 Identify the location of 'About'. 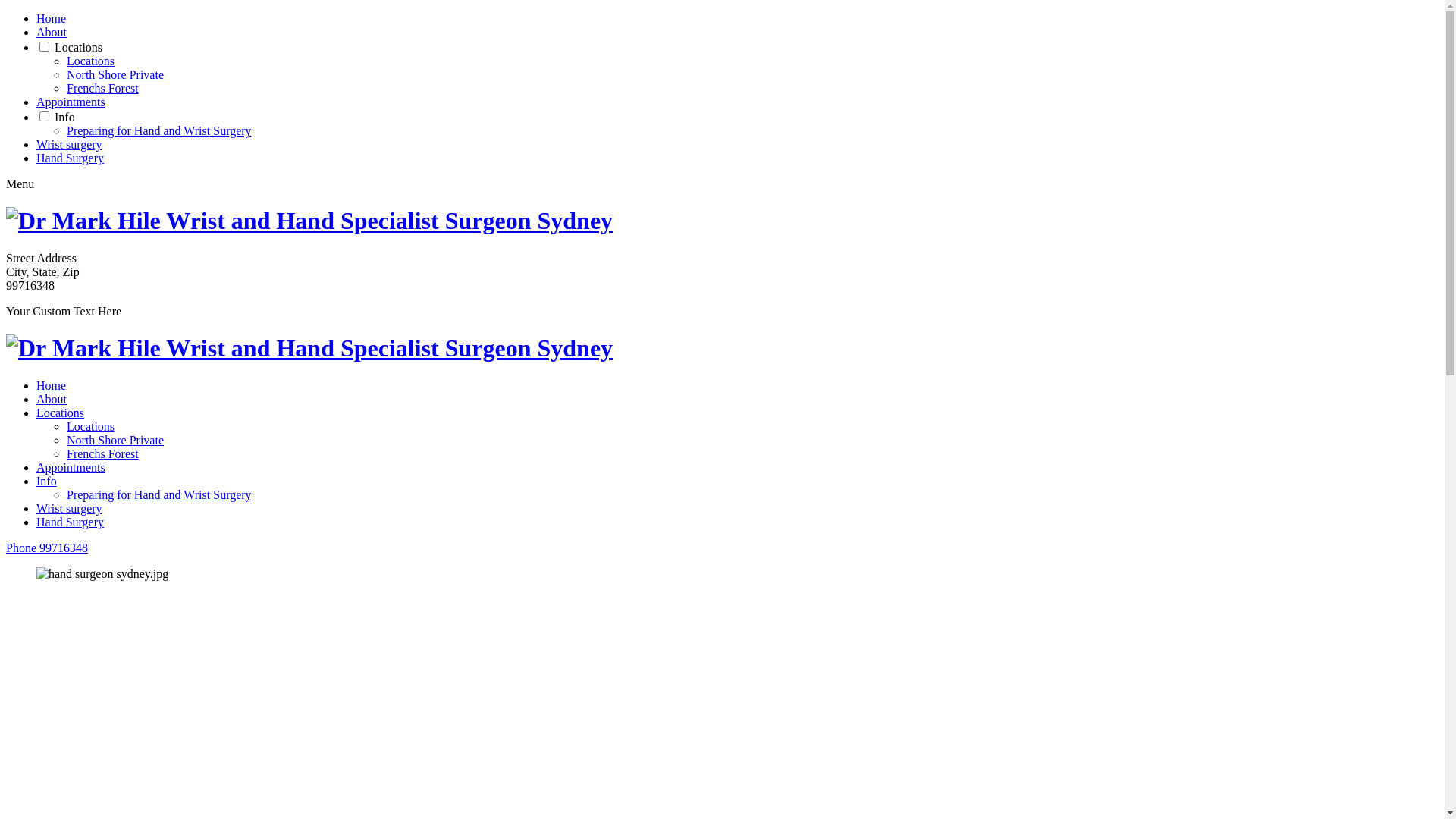
(51, 398).